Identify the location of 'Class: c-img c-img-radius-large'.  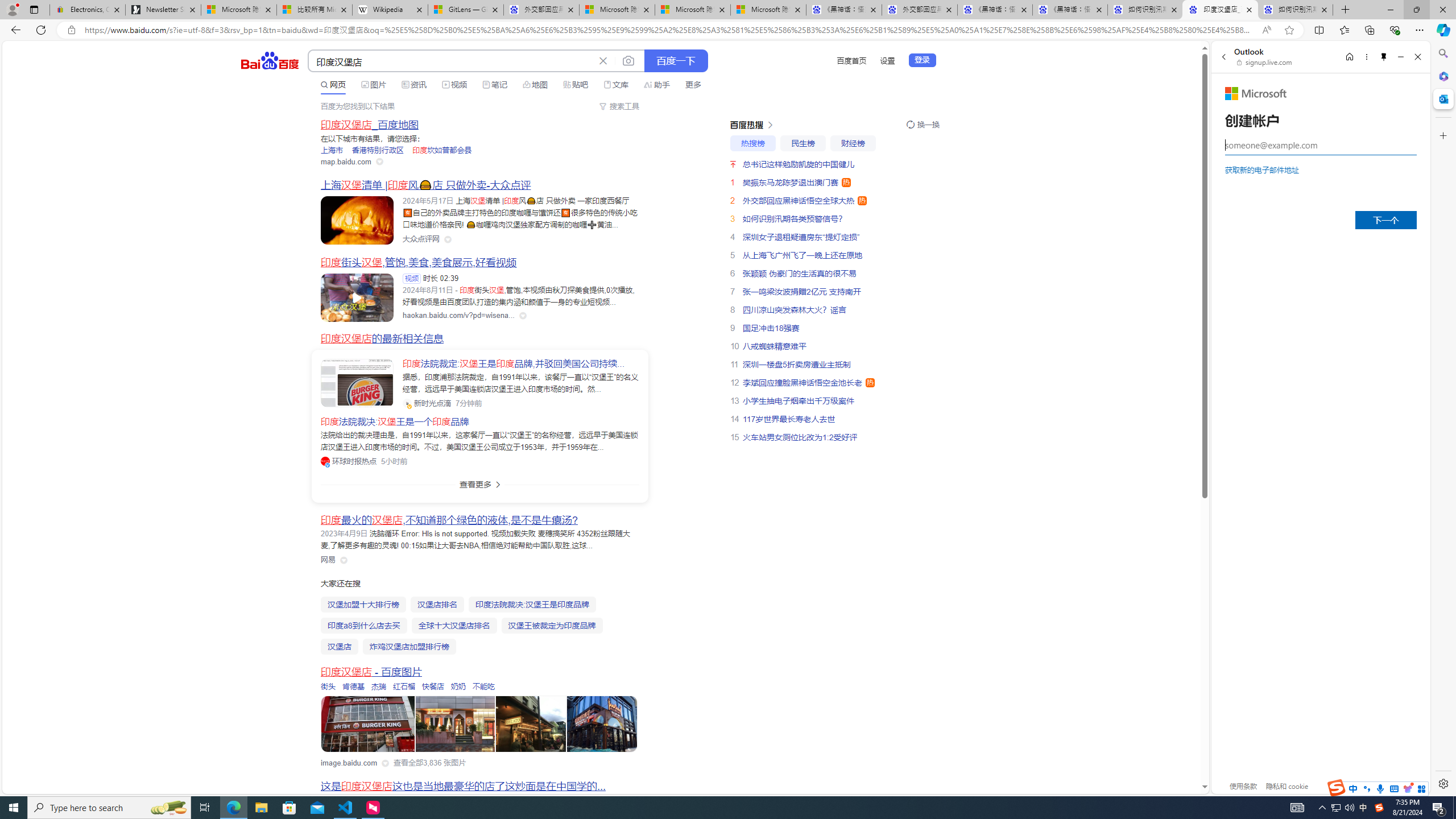
(357, 383).